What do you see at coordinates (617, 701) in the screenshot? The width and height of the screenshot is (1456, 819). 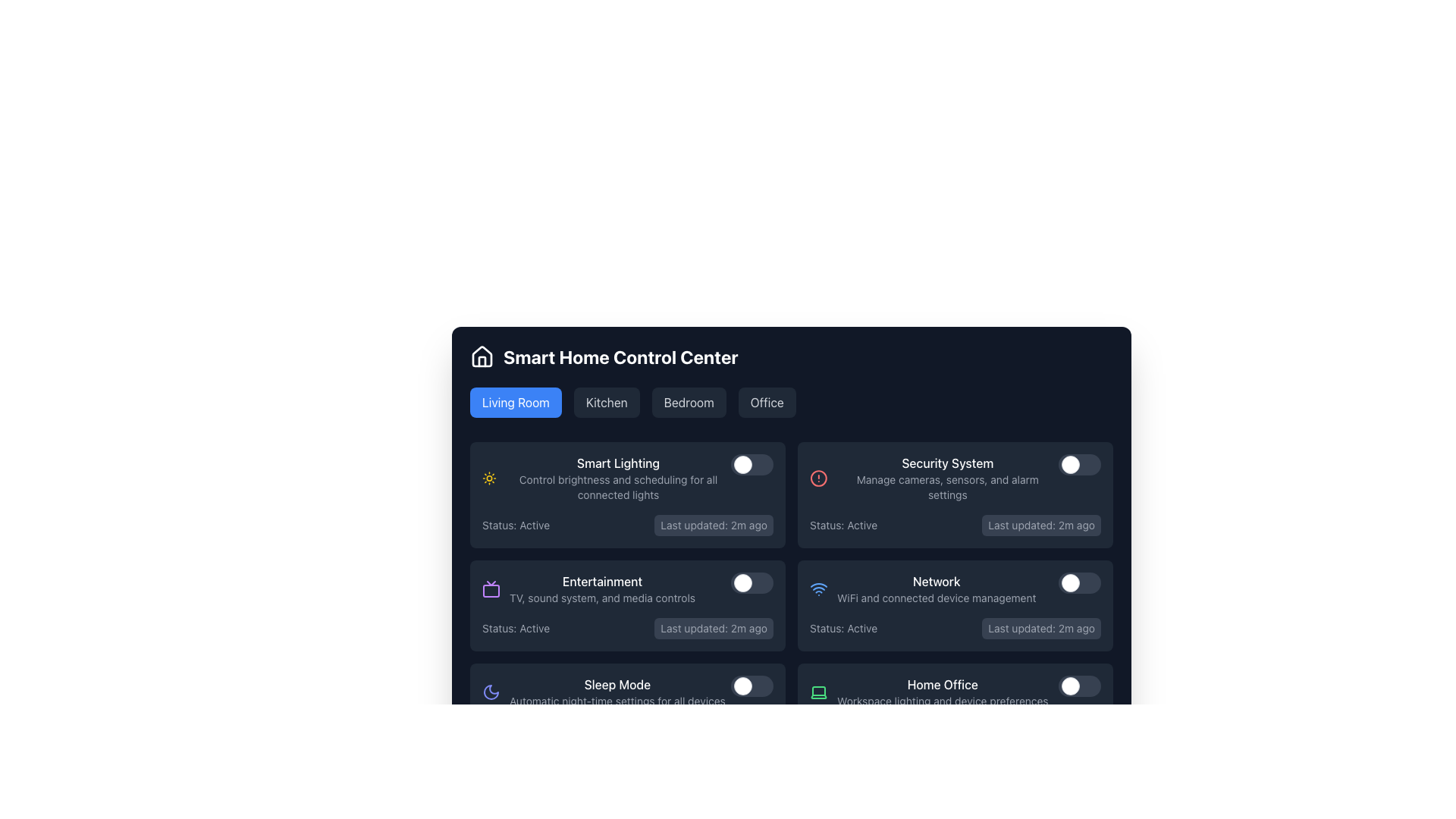 I see `the static text label displaying 'Automatic night-time settings for all devices', which is located below the 'Sleep Mode' label in the smart home control settings panel` at bounding box center [617, 701].